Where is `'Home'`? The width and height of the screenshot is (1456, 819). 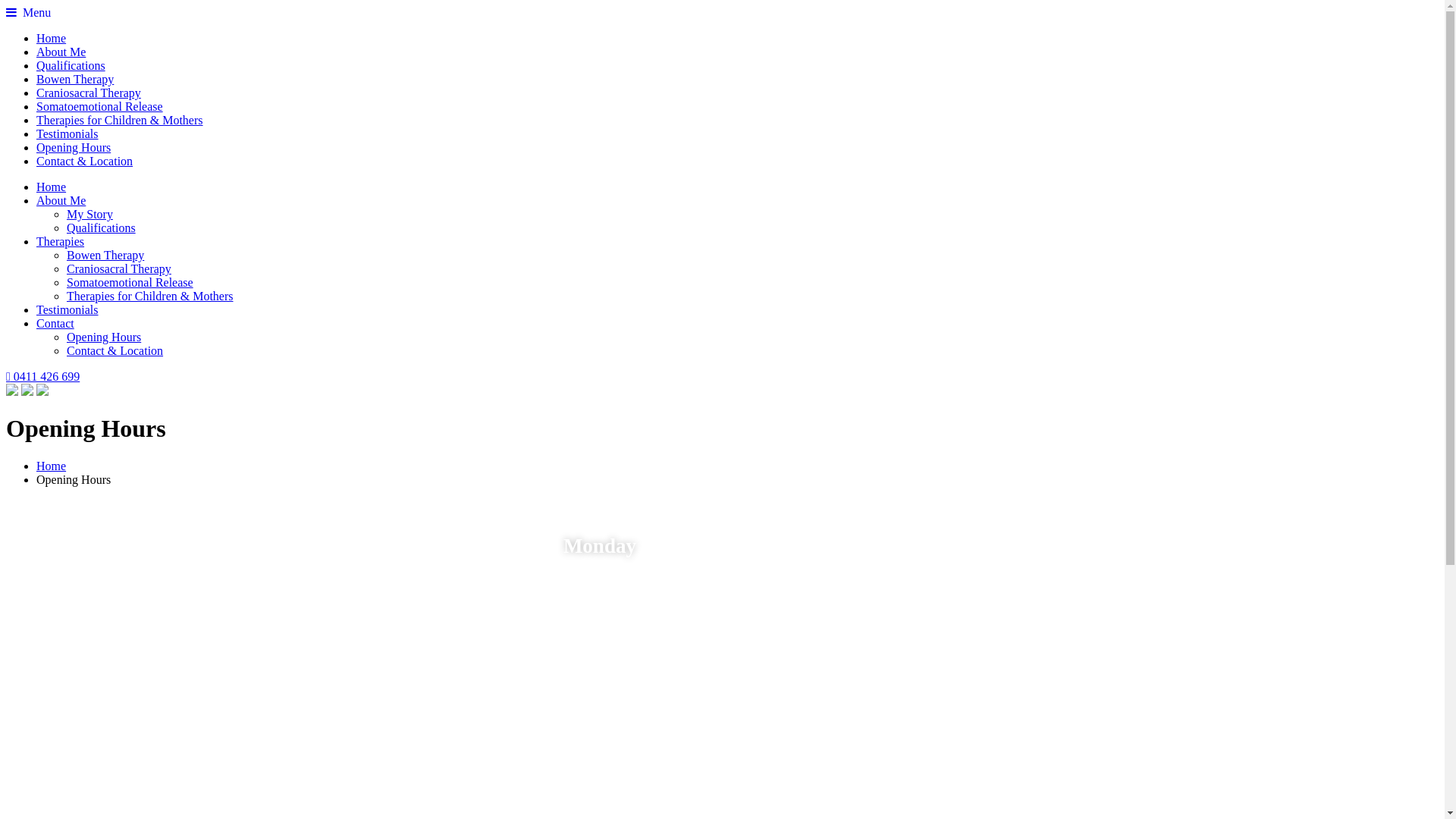
'Home' is located at coordinates (36, 186).